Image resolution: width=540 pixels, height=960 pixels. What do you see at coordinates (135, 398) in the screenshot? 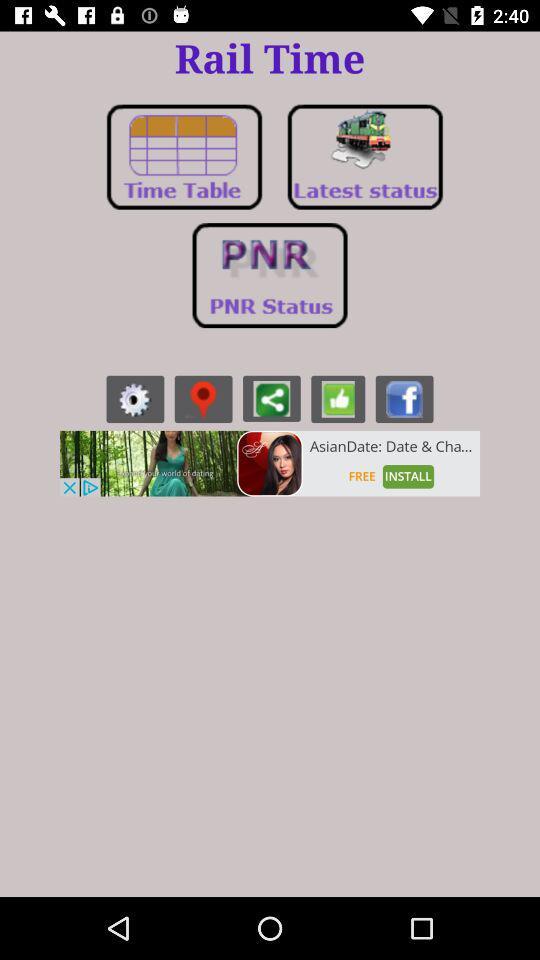
I see `the settings icon` at bounding box center [135, 398].